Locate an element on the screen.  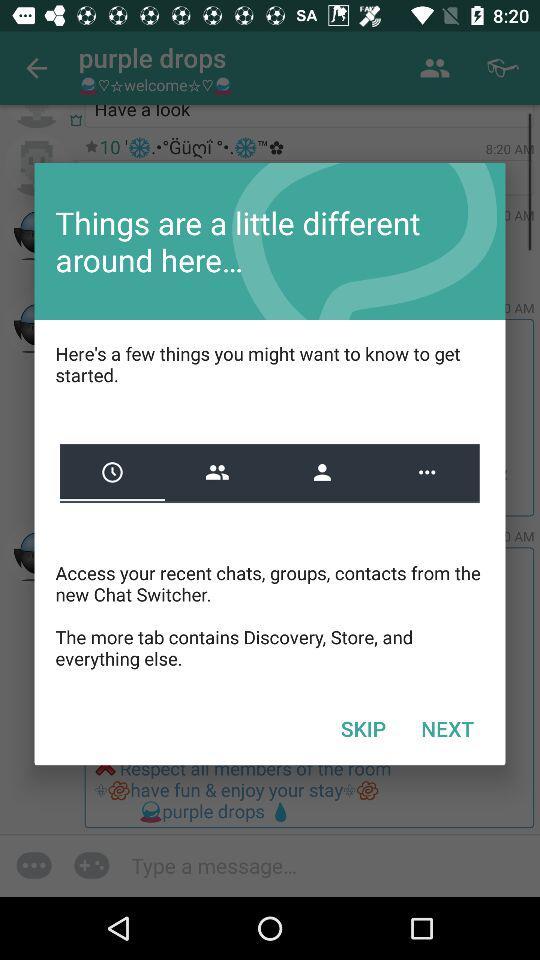
item below the access your recent icon is located at coordinates (447, 727).